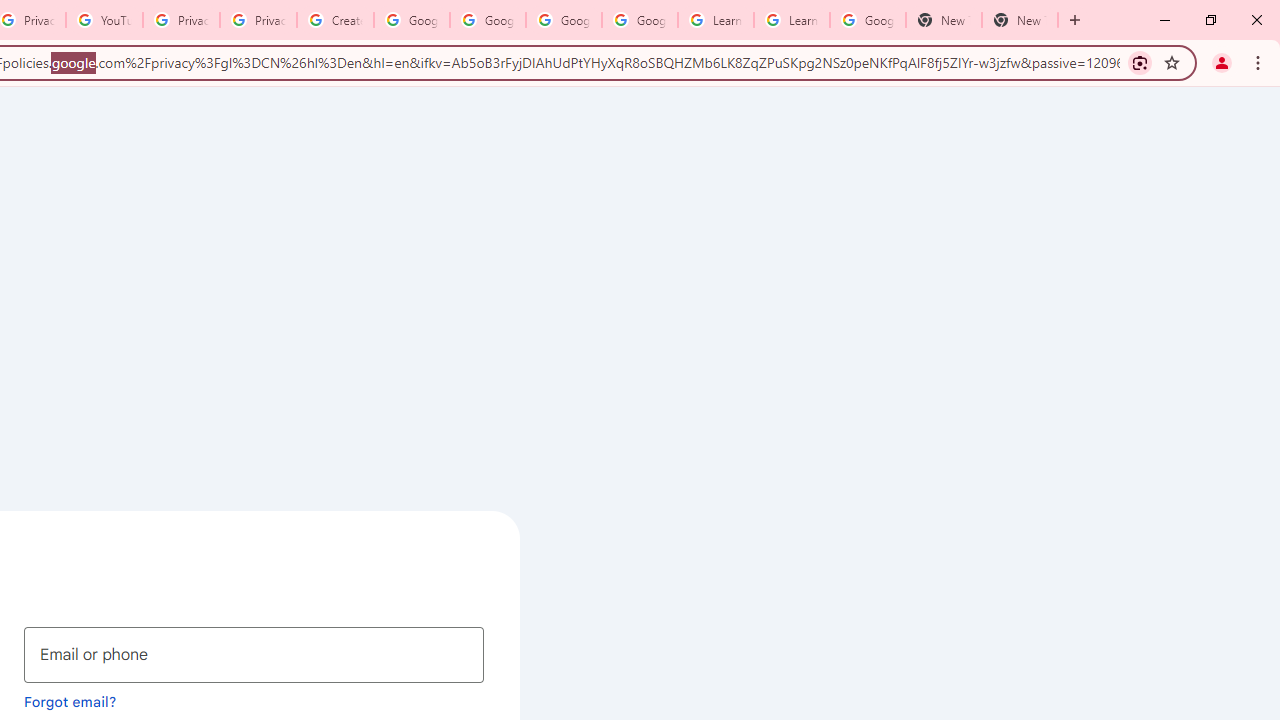  What do you see at coordinates (1020, 20) in the screenshot?
I see `'New Tab'` at bounding box center [1020, 20].